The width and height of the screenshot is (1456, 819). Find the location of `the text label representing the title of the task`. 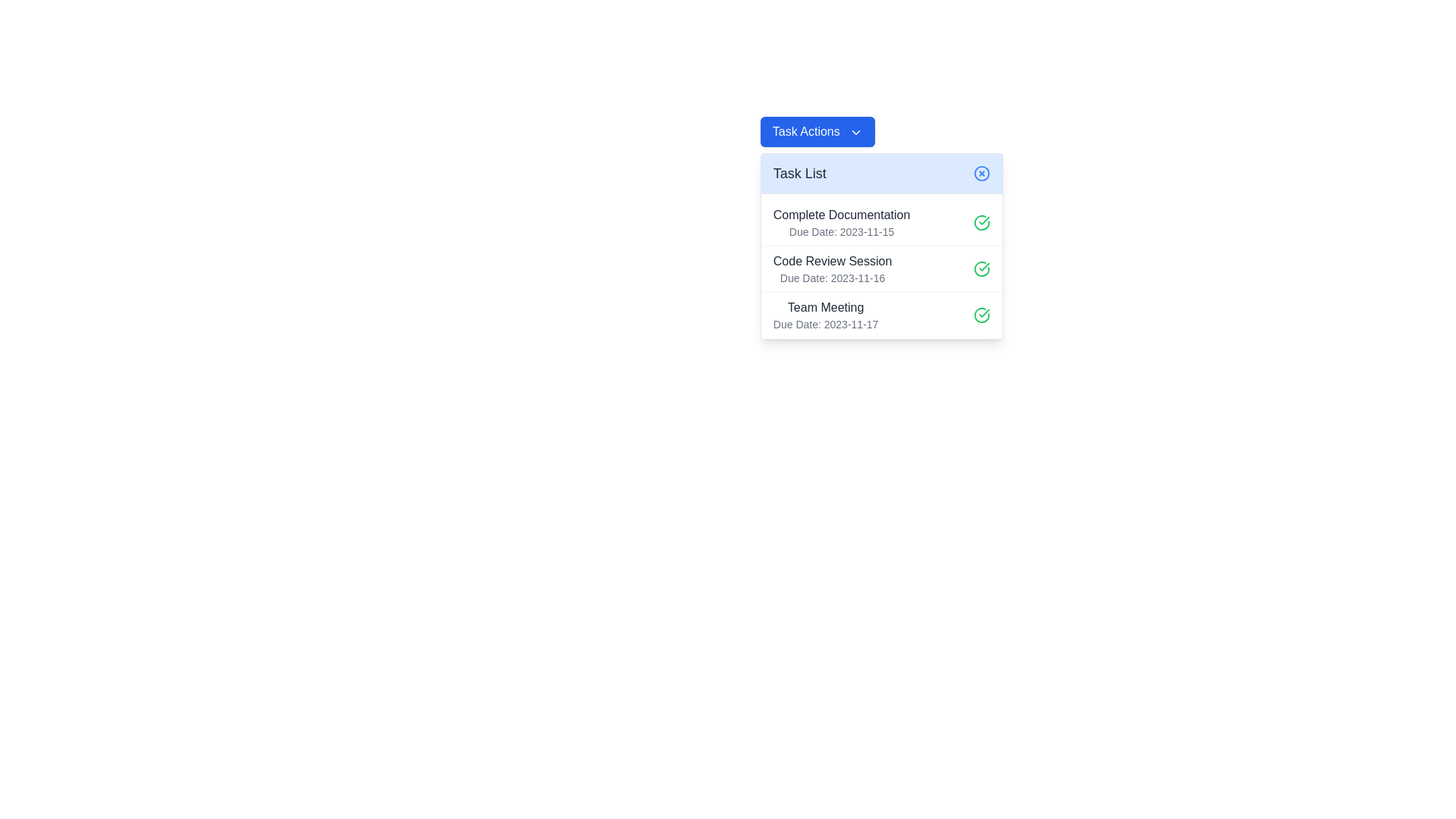

the text label representing the title of the task is located at coordinates (832, 260).